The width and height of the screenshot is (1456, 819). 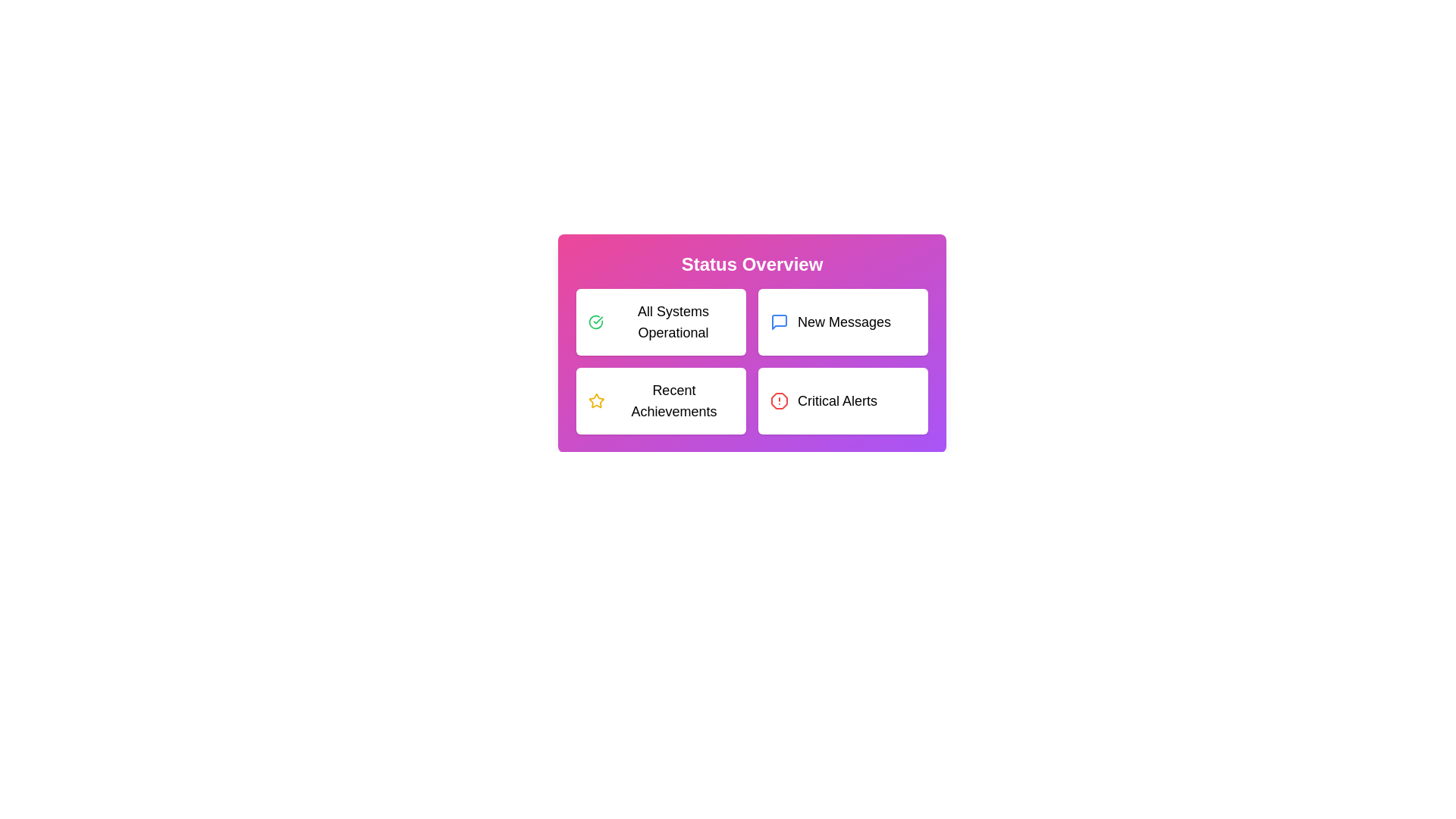 What do you see at coordinates (673, 321) in the screenshot?
I see `the status label indicating that all systems are operational, located at the leftmost position in the top row of the 2x2 grid layout within the 'Status Overview' box` at bounding box center [673, 321].